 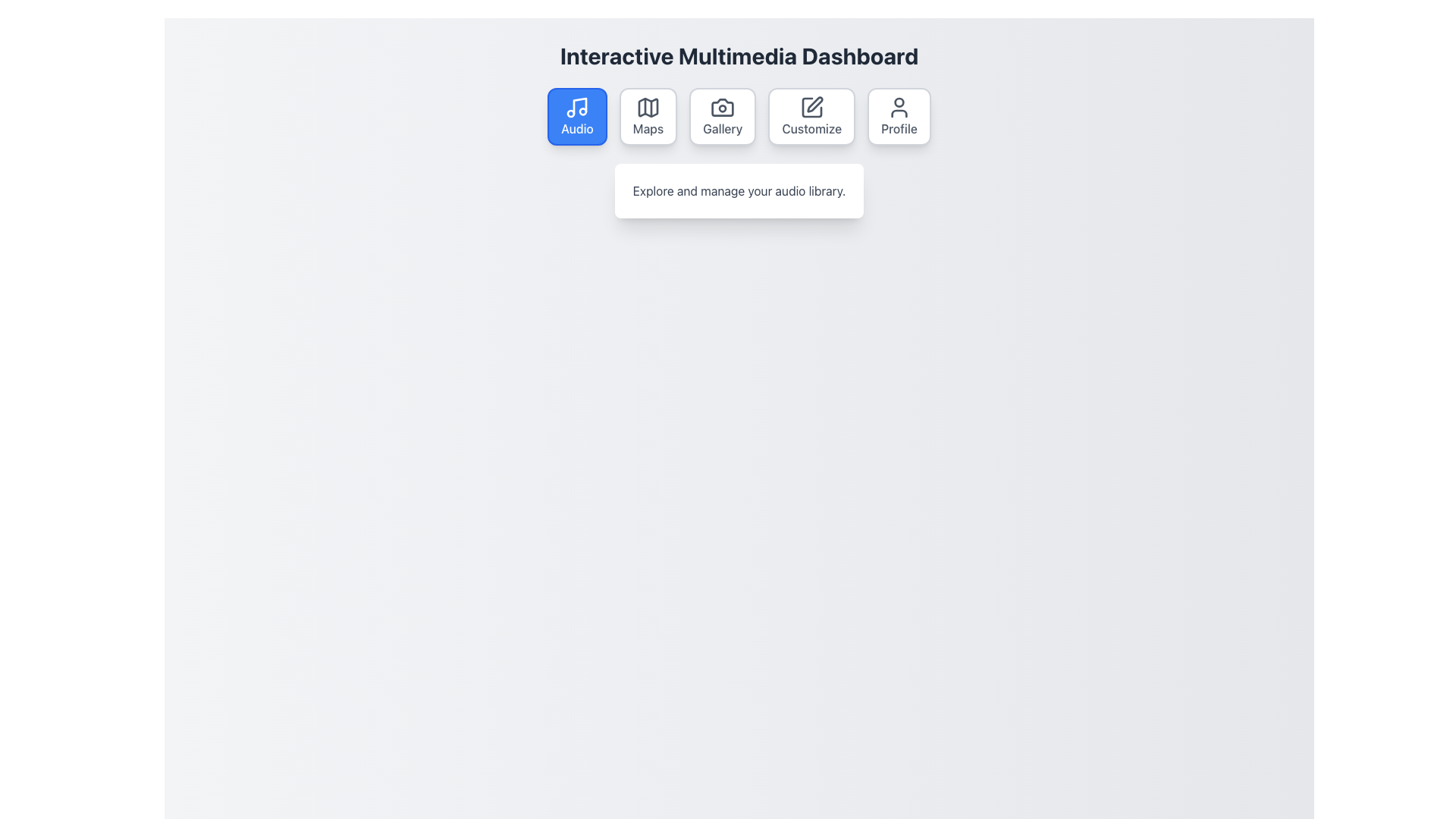 I want to click on the descriptive title text at the top of the dashboard interface, which informs users about the purpose and context of the dashboard, so click(x=739, y=55).